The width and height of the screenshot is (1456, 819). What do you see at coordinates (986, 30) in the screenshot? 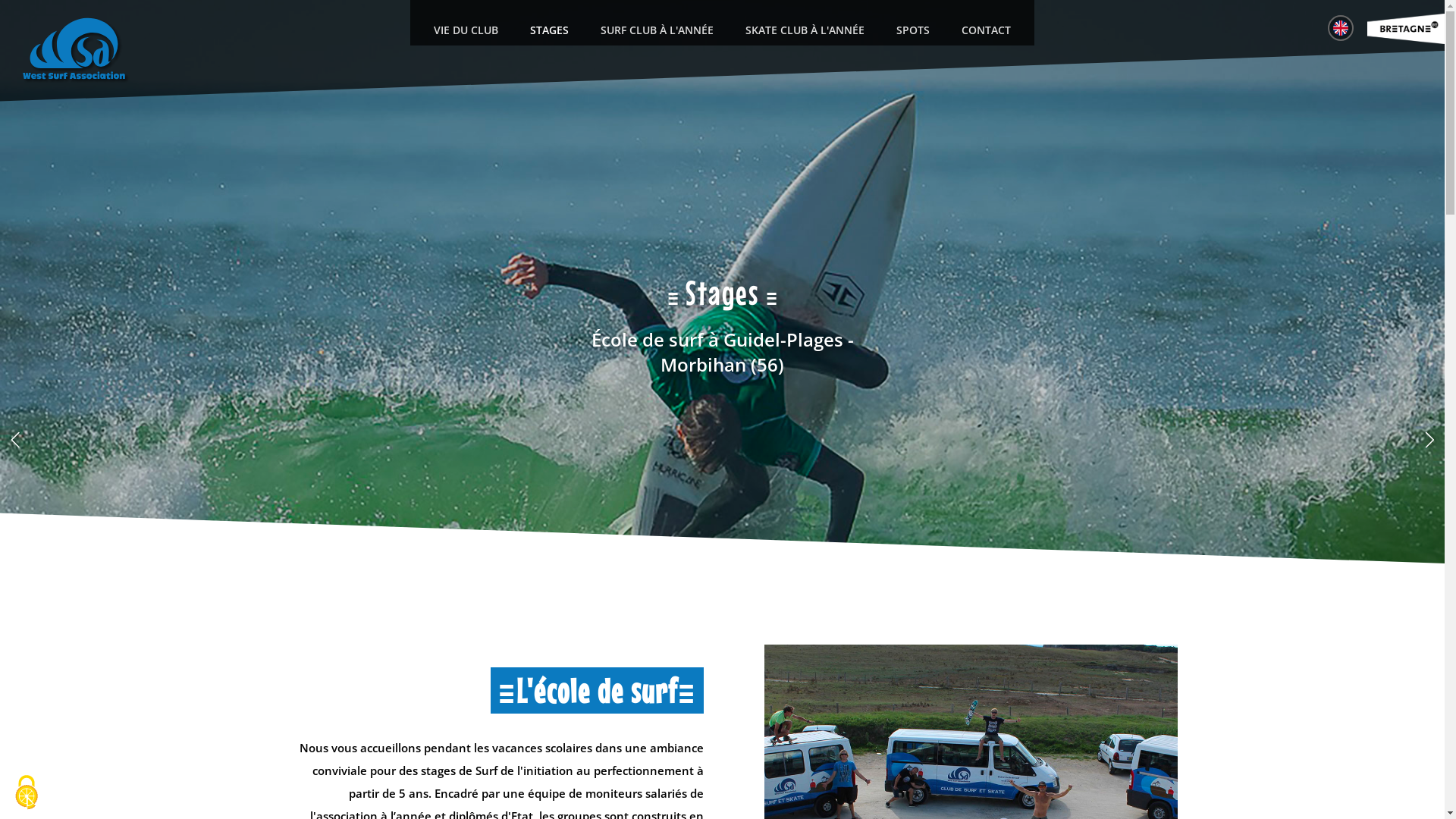
I see `'CONTACT'` at bounding box center [986, 30].